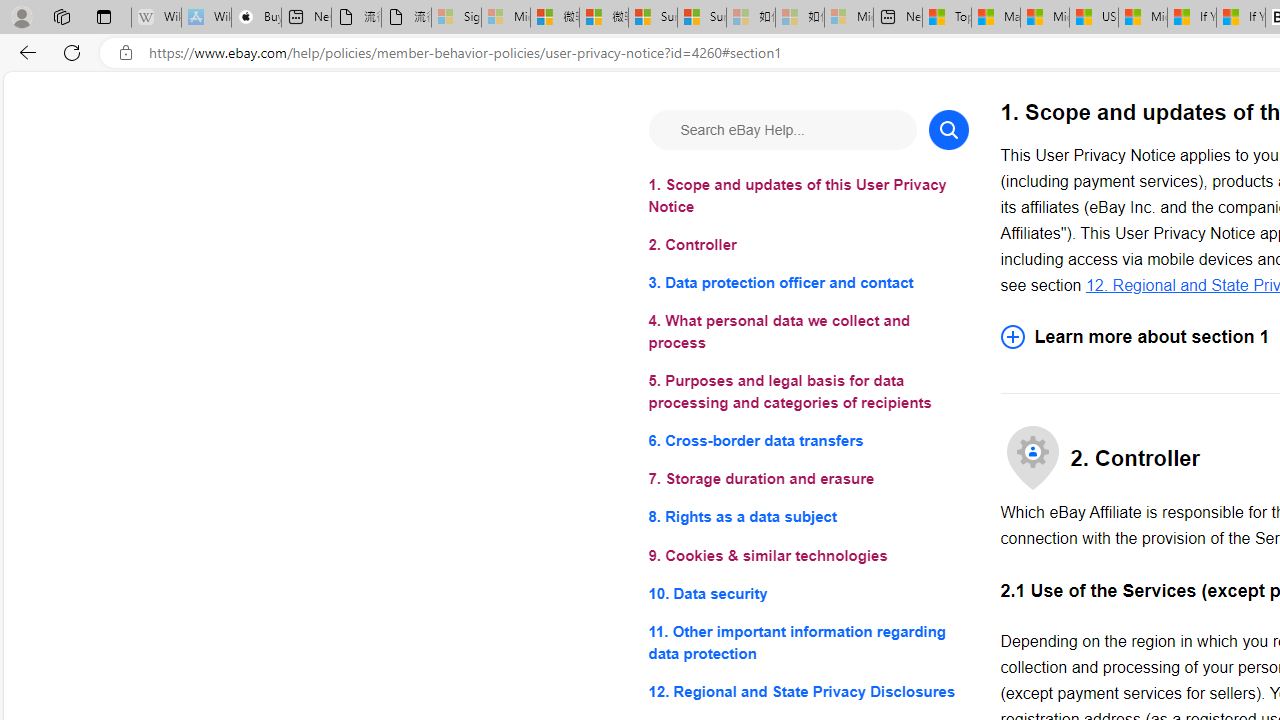 The height and width of the screenshot is (720, 1280). Describe the element at coordinates (808, 331) in the screenshot. I see `'4. What personal data we collect and process'` at that location.